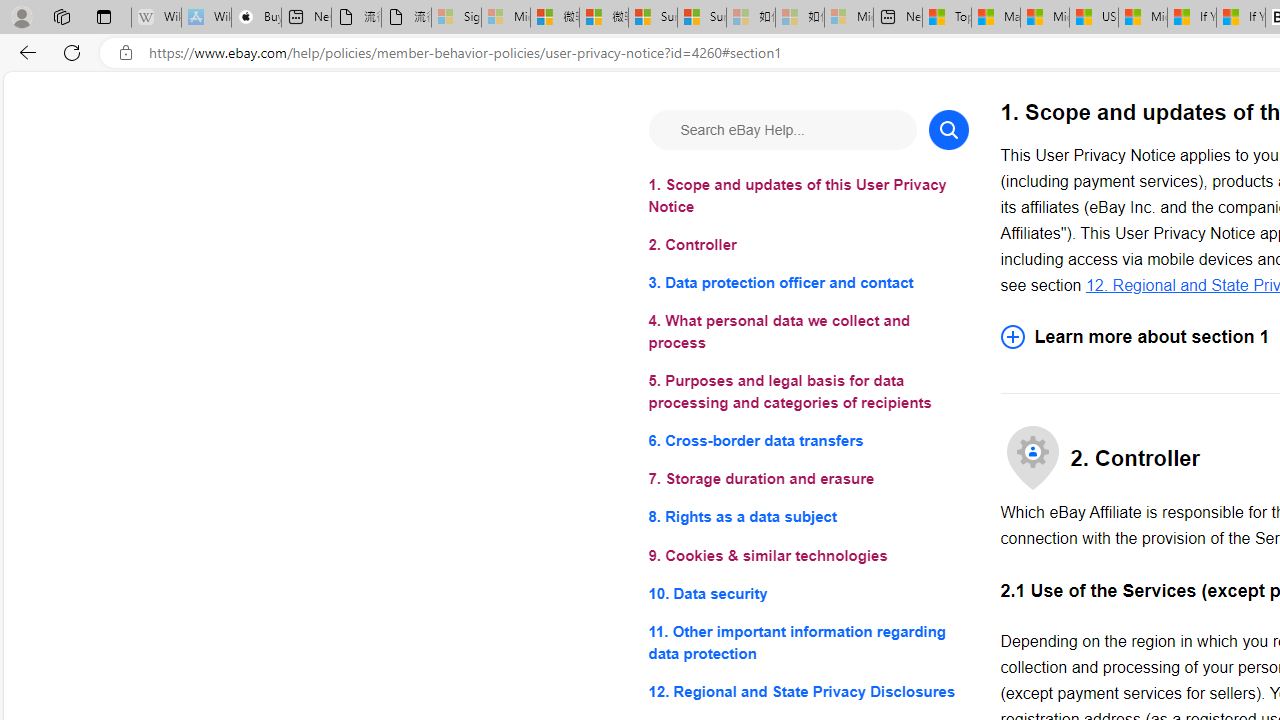 The height and width of the screenshot is (720, 1280). Describe the element at coordinates (808, 331) in the screenshot. I see `'4. What personal data we collect and process'` at that location.